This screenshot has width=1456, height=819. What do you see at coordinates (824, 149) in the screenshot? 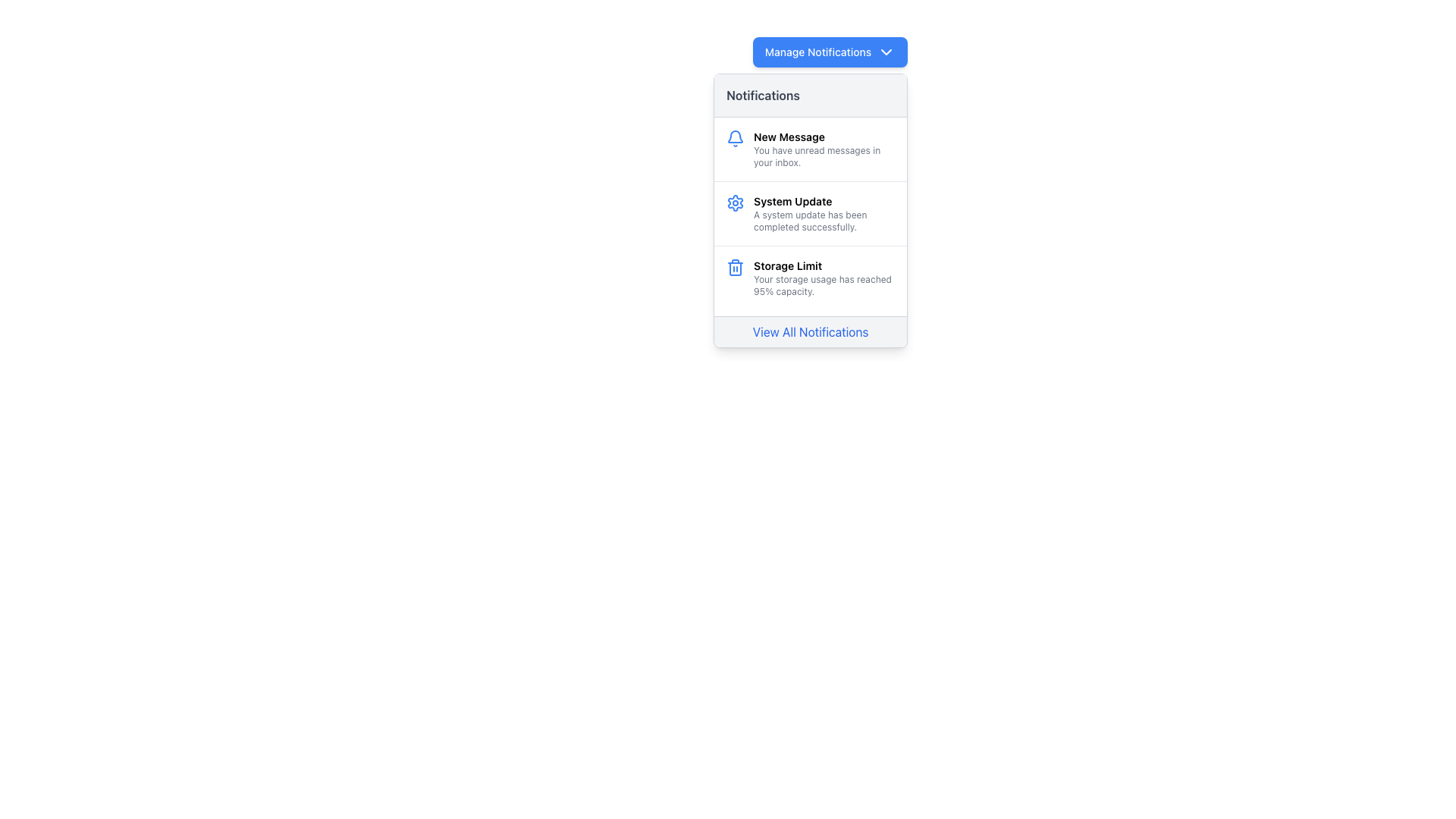
I see `the notification message Text Block that informs the user about unread messages, located at the top of the notification list` at bounding box center [824, 149].